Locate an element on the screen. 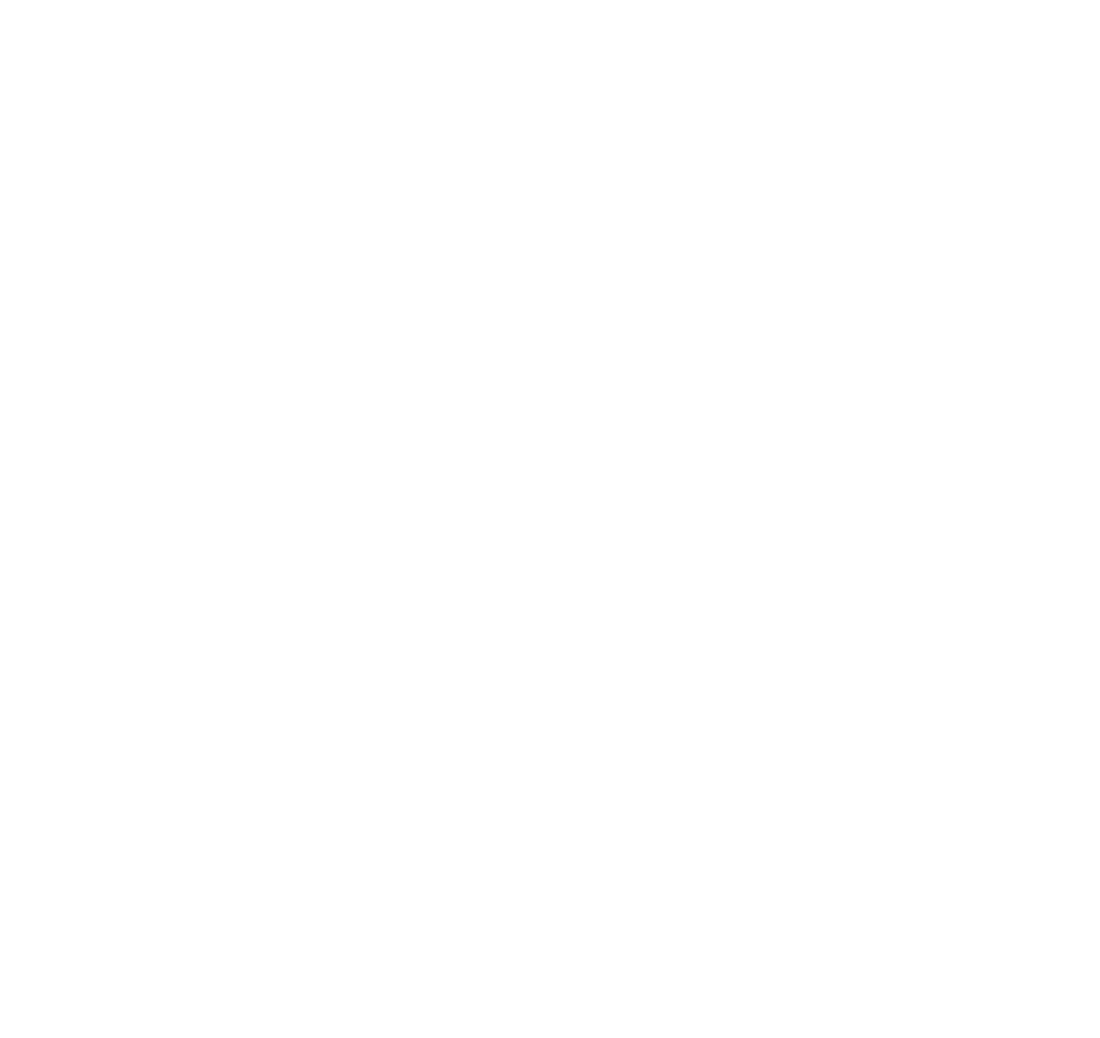 This screenshot has width=1100, height=1038. 'Functionality – IOPSYS uses these cookies so that we recognize you on our website and remember your previously selected preferences. These could include what language you prefer and location you are in' is located at coordinates (518, 831).